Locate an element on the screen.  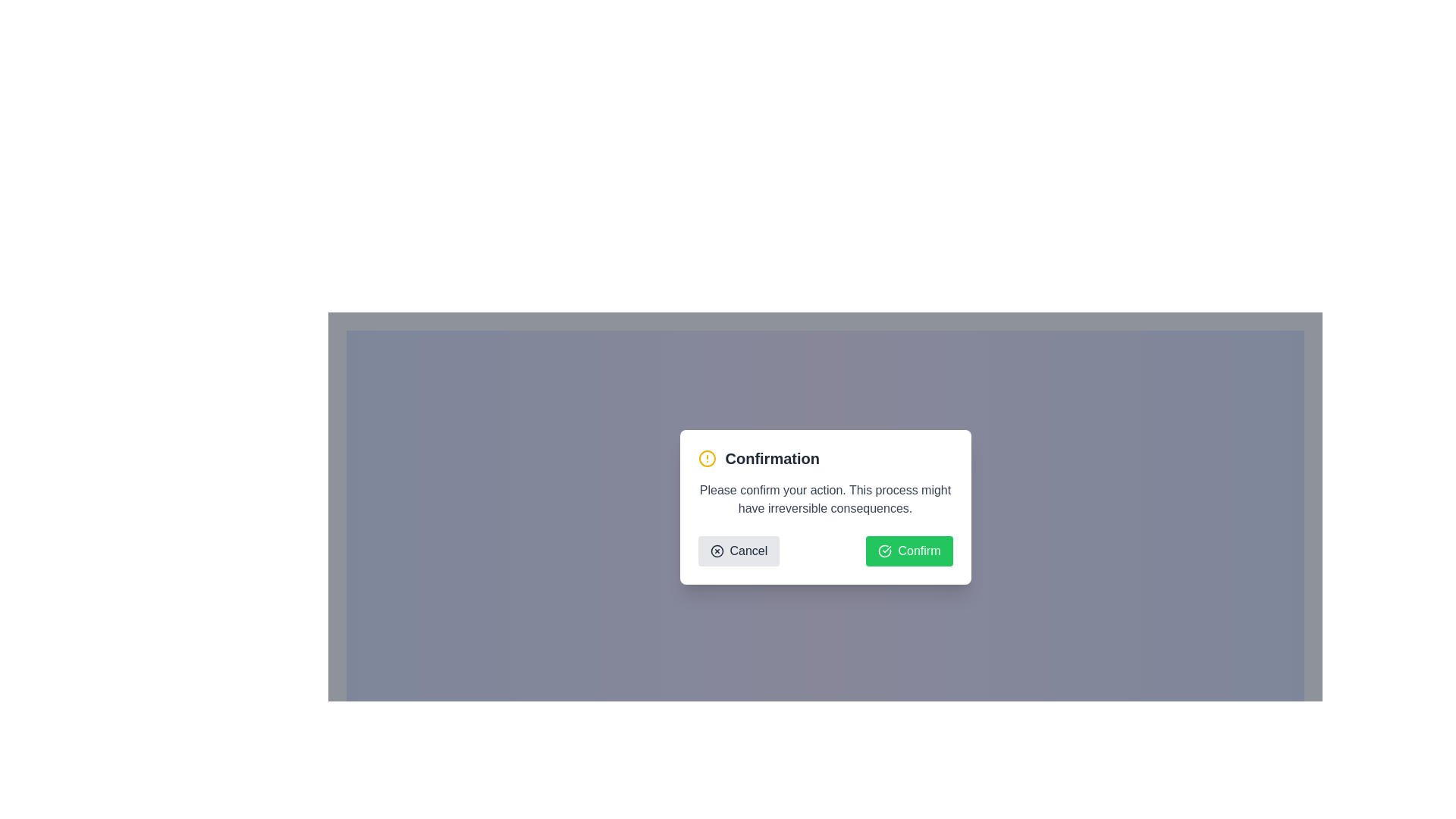
the warning icon located to the left of the bold 'Confirmation' text in the dialog box is located at coordinates (706, 457).